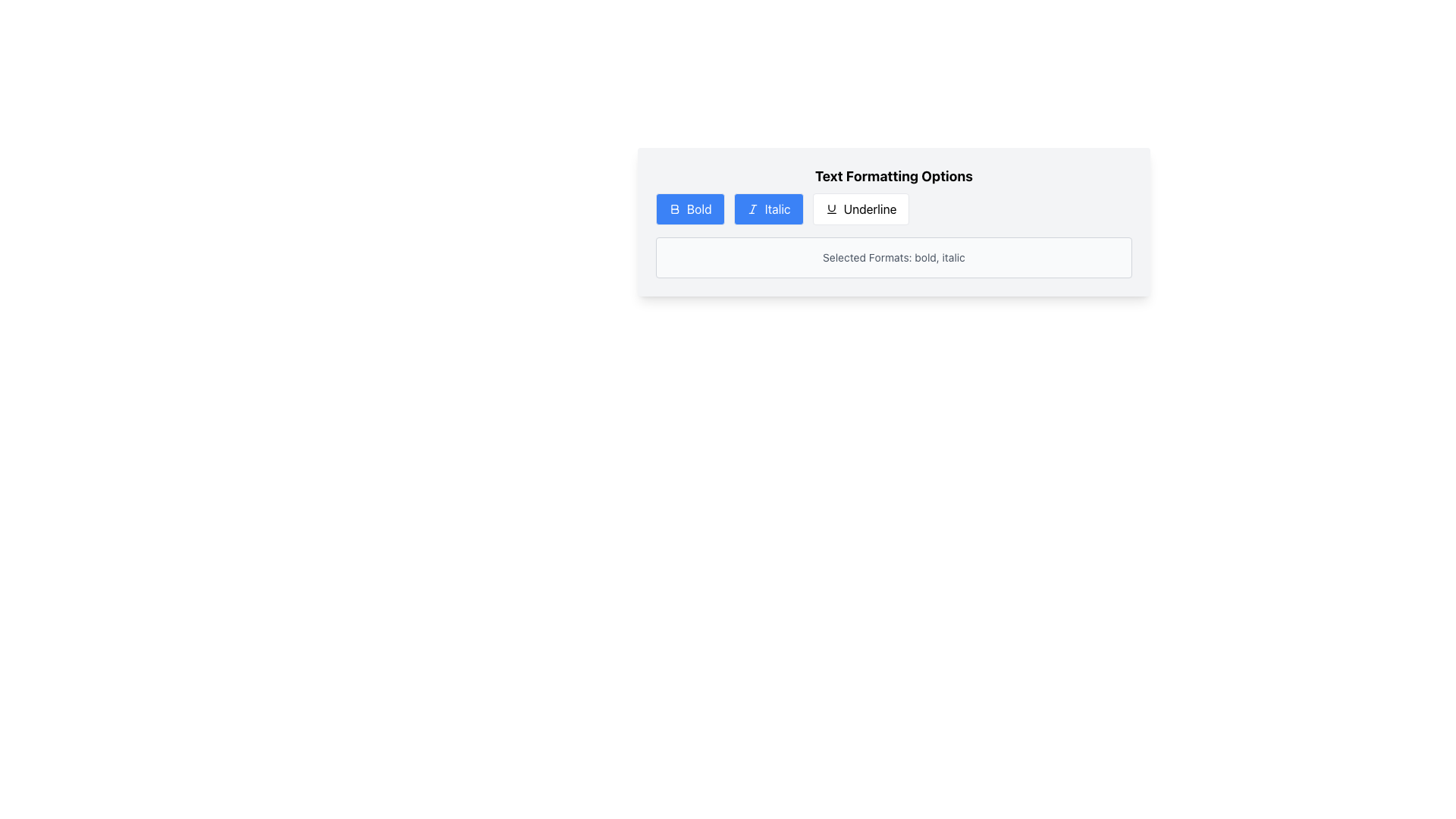  What do you see at coordinates (894, 256) in the screenshot?
I see `the Text Display element that shows the currently selected text formatting options 'bold' and 'italic', located below the buttons labeled 'Bold', 'Italic', and 'Underline'` at bounding box center [894, 256].